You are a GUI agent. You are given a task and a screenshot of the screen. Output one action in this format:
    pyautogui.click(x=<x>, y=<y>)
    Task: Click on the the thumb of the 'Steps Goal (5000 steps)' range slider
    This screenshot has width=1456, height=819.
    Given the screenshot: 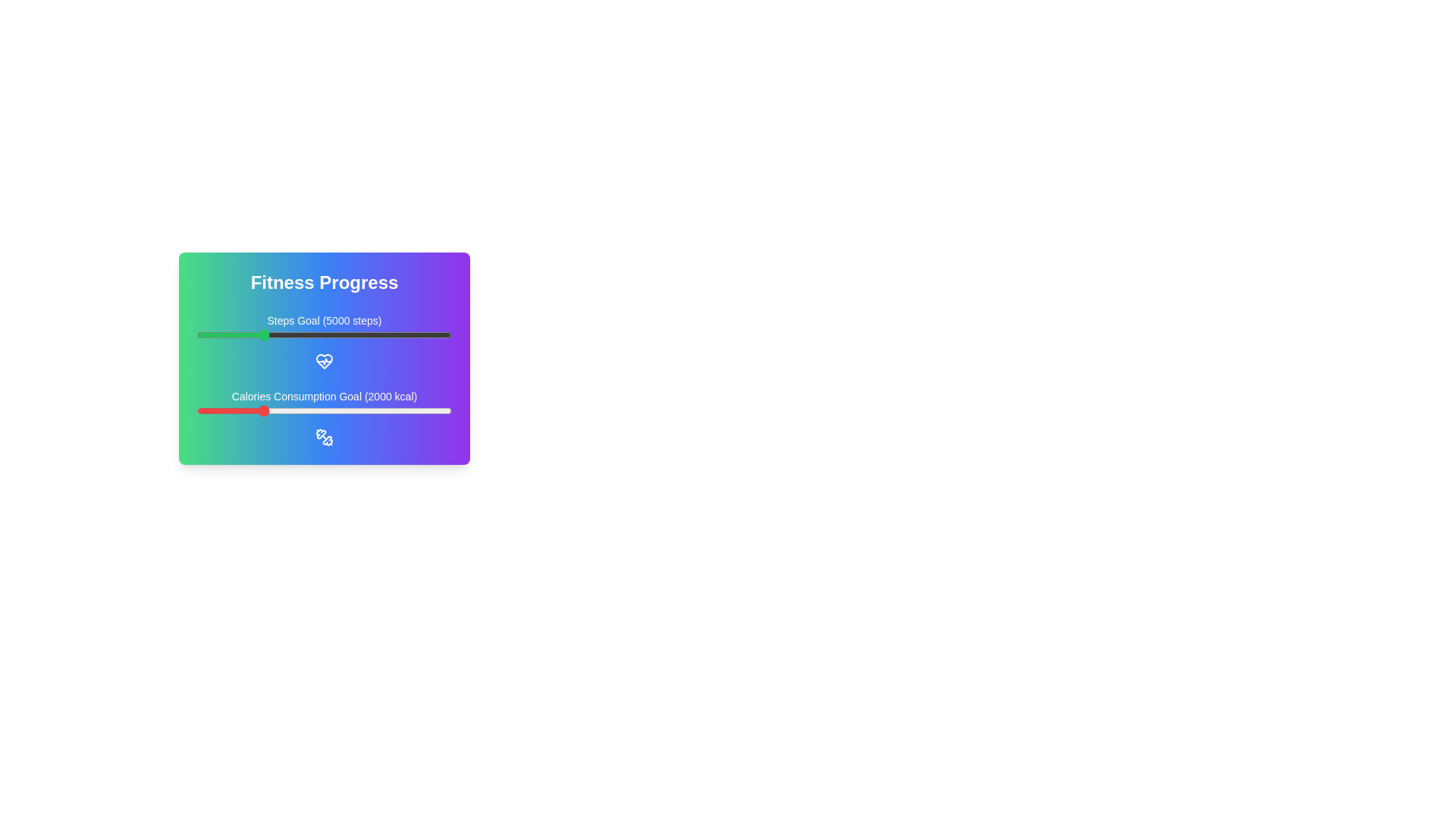 What is the action you would take?
    pyautogui.click(x=323, y=342)
    